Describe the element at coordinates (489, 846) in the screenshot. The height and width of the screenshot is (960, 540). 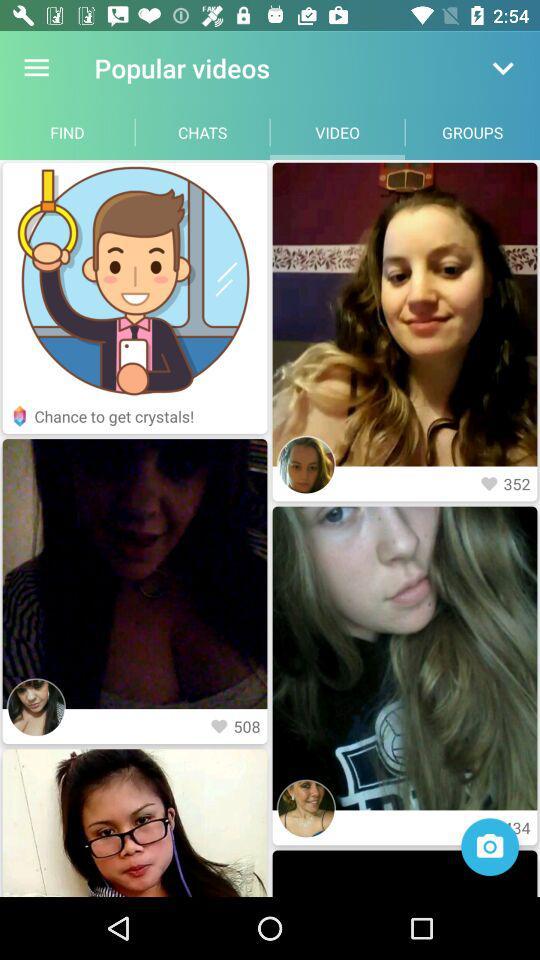
I see `open camera` at that location.